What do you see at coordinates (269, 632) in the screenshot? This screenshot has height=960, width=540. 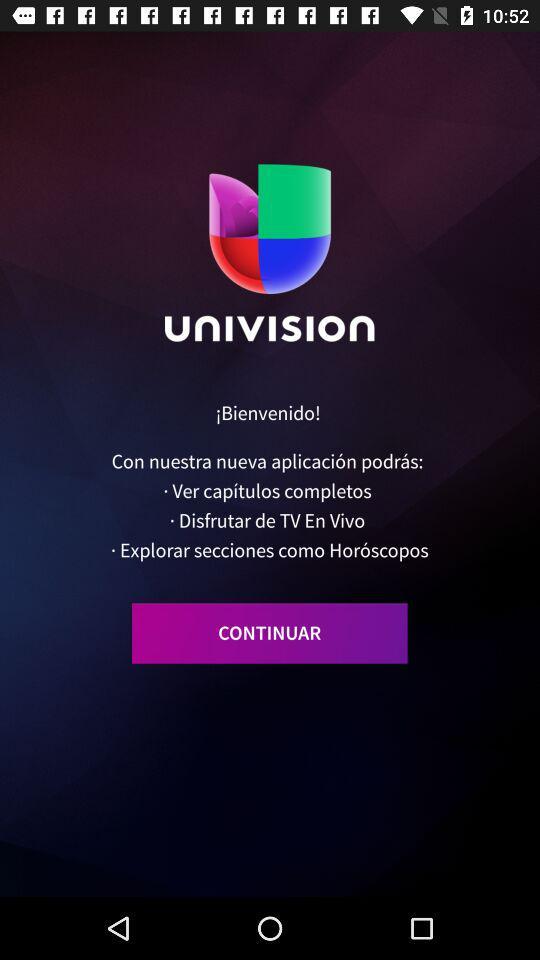 I see `continuar icon` at bounding box center [269, 632].